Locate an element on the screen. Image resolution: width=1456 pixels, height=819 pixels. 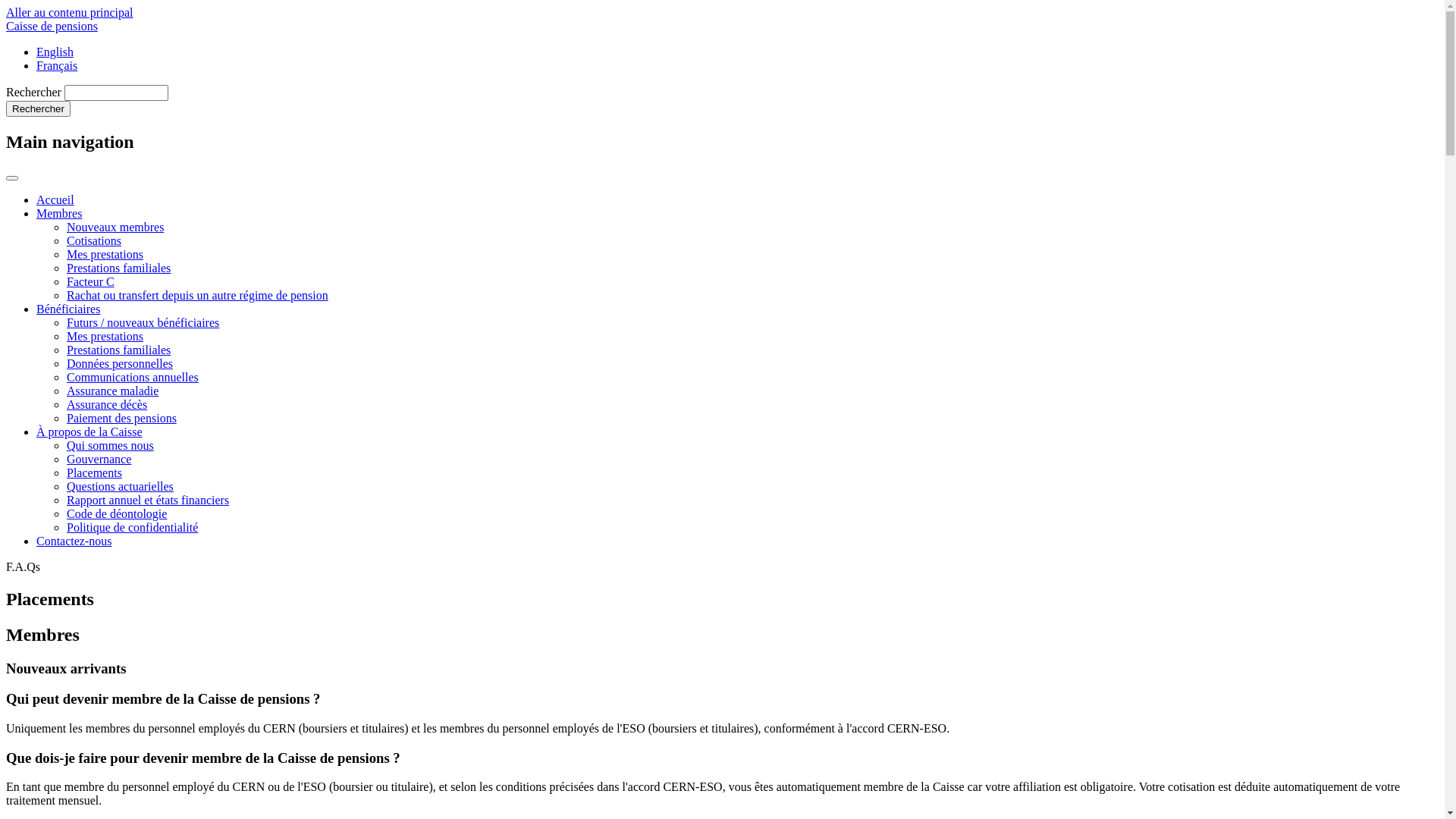
'Assurance maladie' is located at coordinates (65, 390).